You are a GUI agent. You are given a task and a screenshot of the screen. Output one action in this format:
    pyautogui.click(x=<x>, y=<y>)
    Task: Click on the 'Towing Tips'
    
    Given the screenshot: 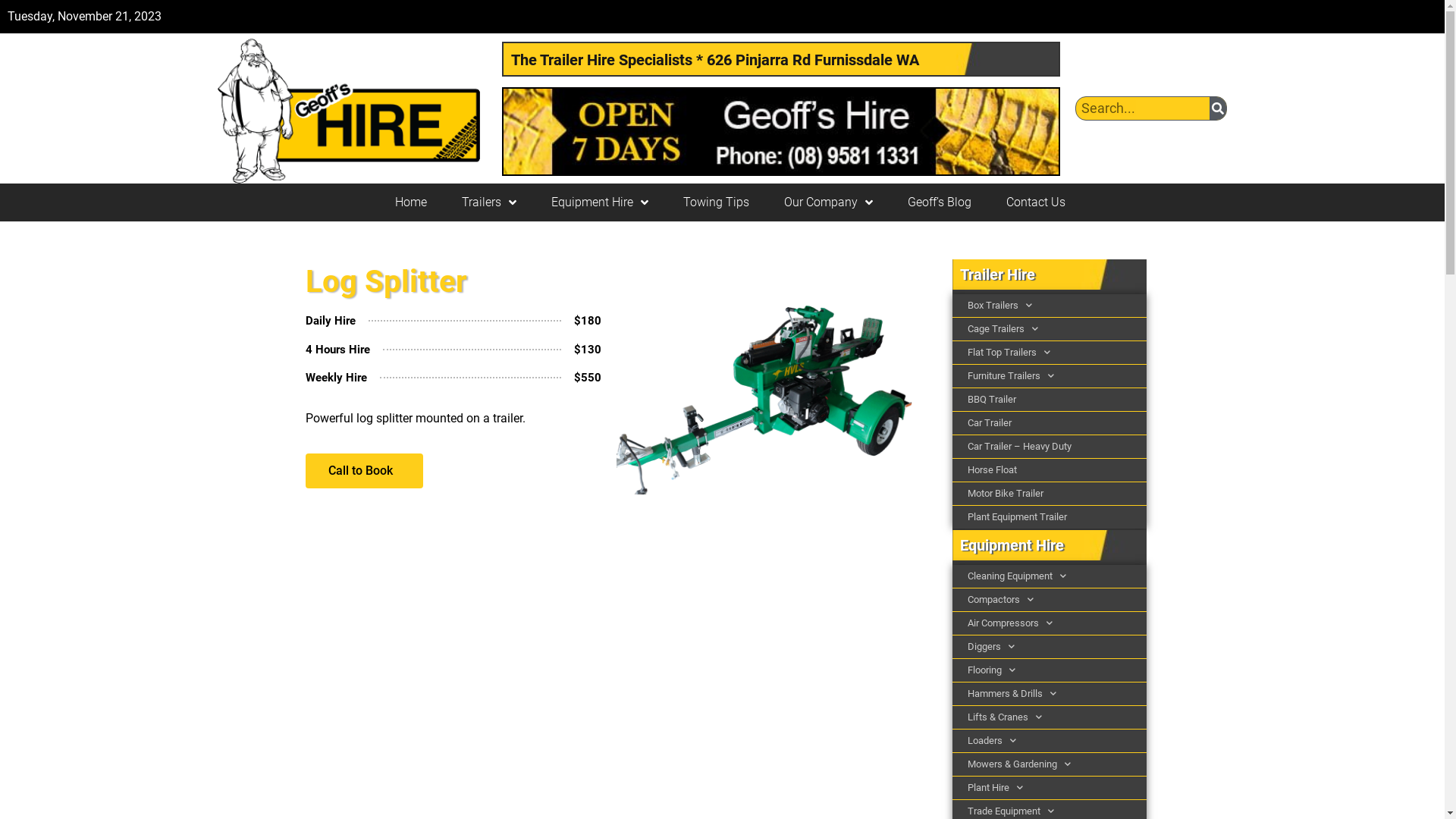 What is the action you would take?
    pyautogui.click(x=714, y=201)
    